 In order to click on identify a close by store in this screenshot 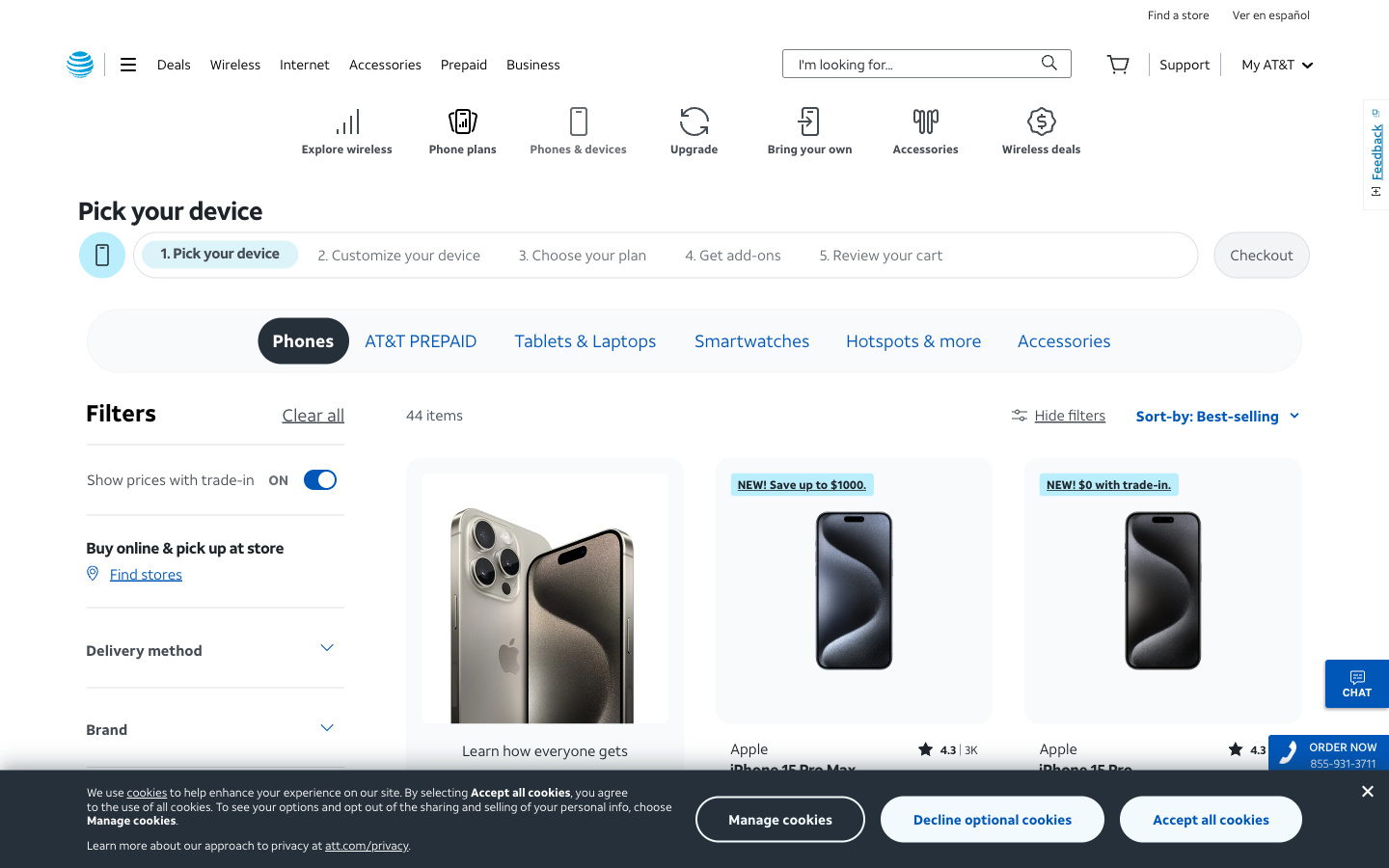, I will do `click(1177, 14)`.